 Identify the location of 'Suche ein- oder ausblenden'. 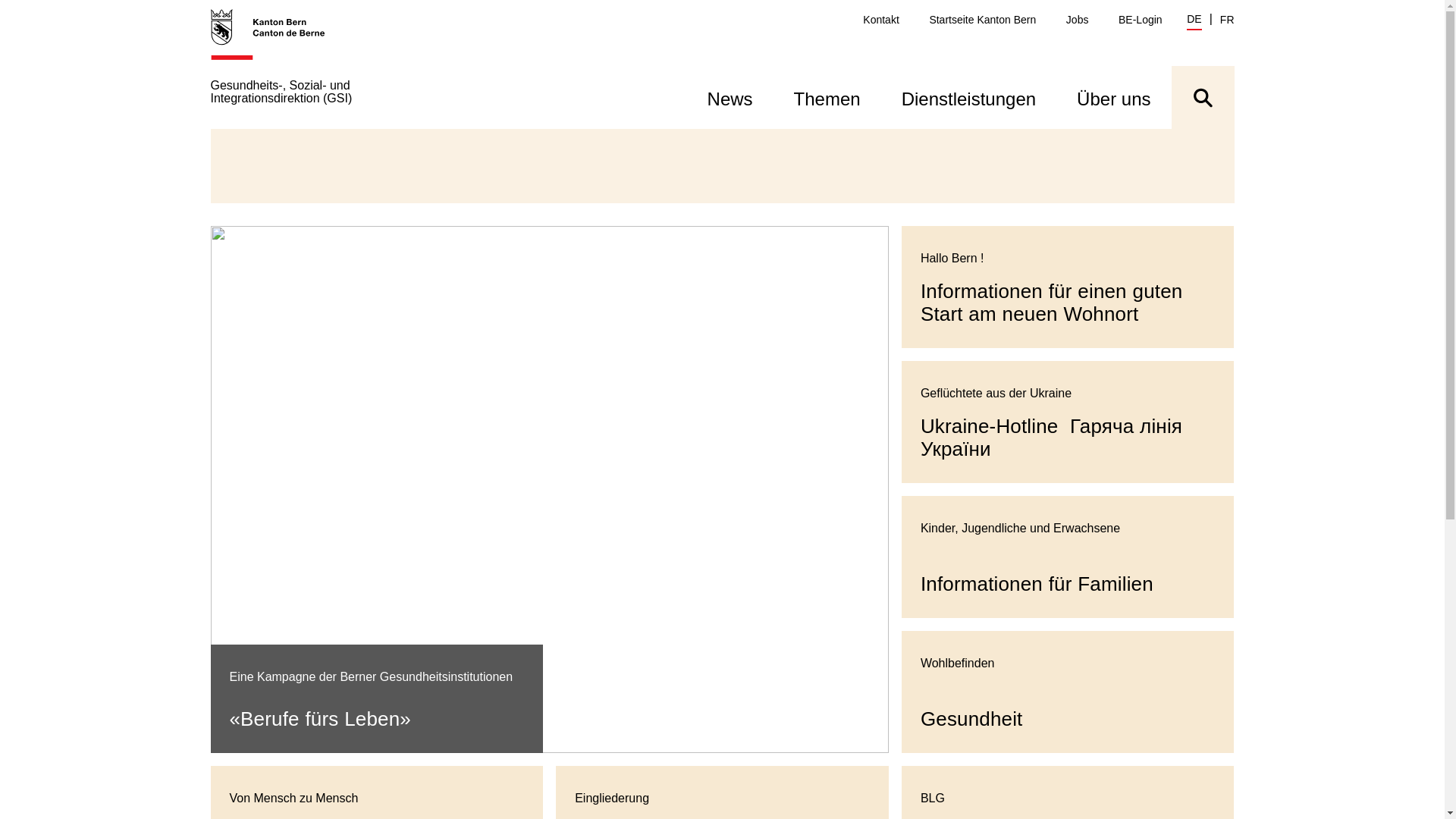
(1201, 97).